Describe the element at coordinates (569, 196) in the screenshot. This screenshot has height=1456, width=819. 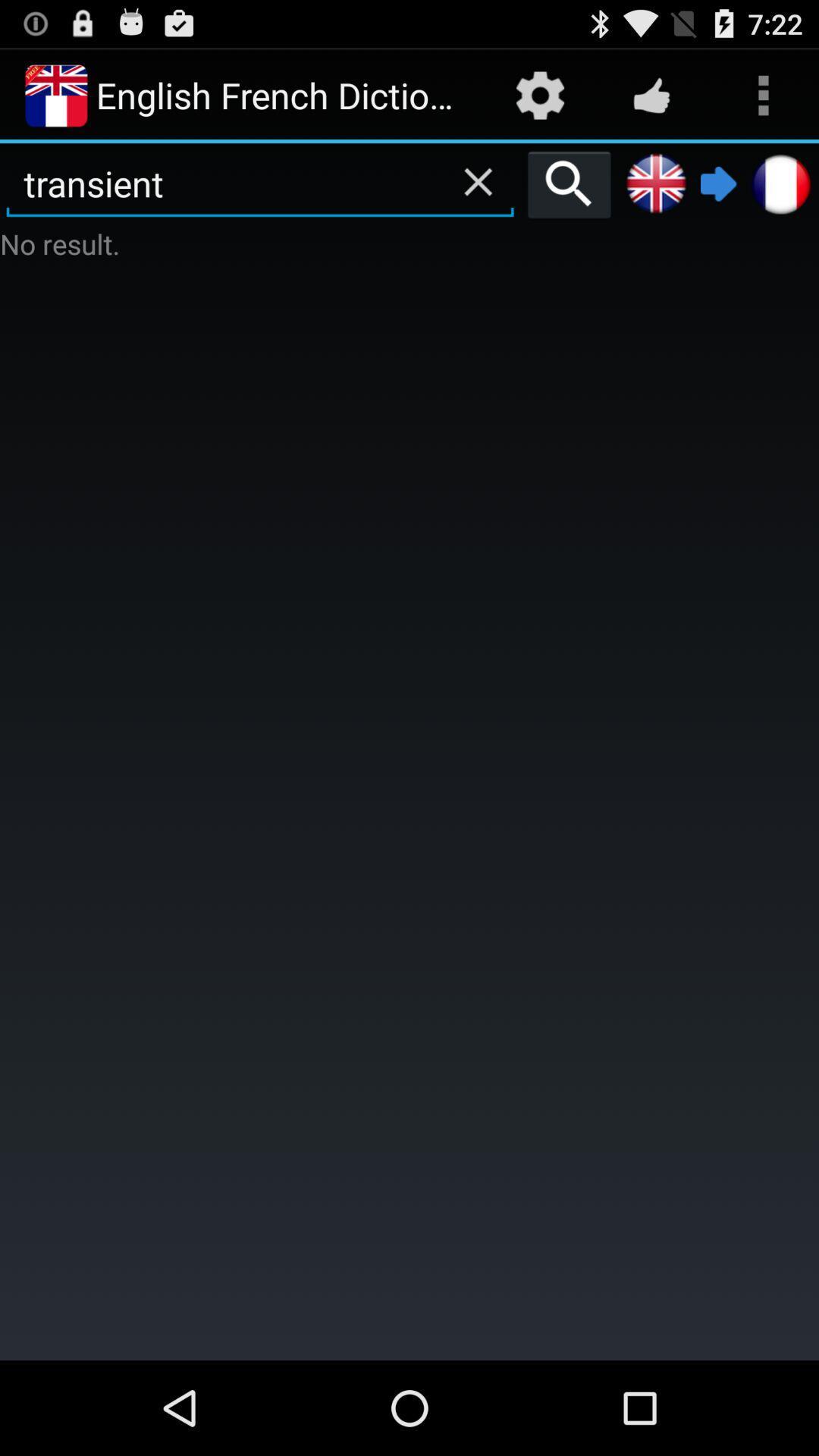
I see `the search icon` at that location.